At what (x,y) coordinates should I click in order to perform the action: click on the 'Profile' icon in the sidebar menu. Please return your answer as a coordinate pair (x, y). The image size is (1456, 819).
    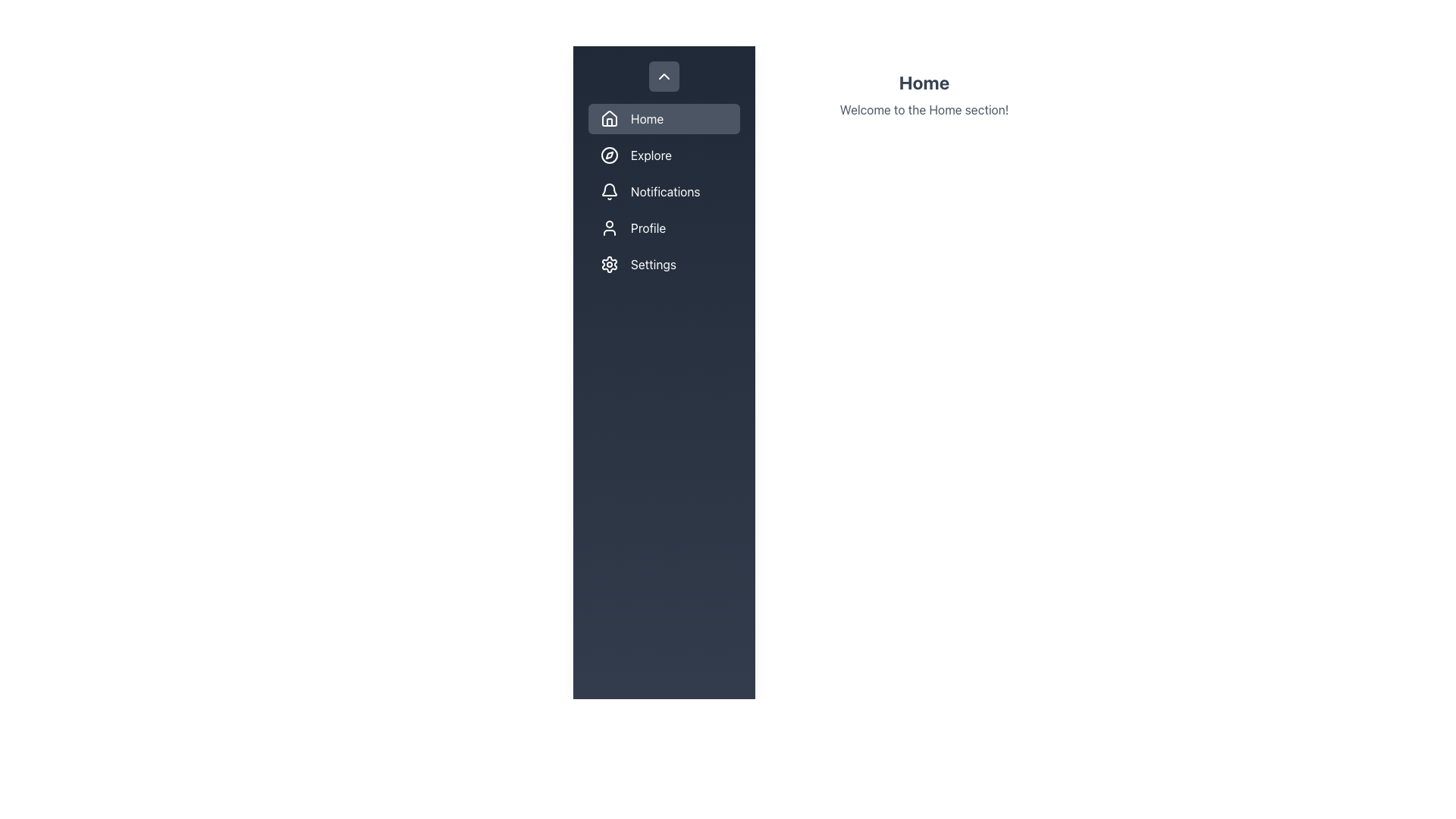
    Looking at the image, I should click on (610, 227).